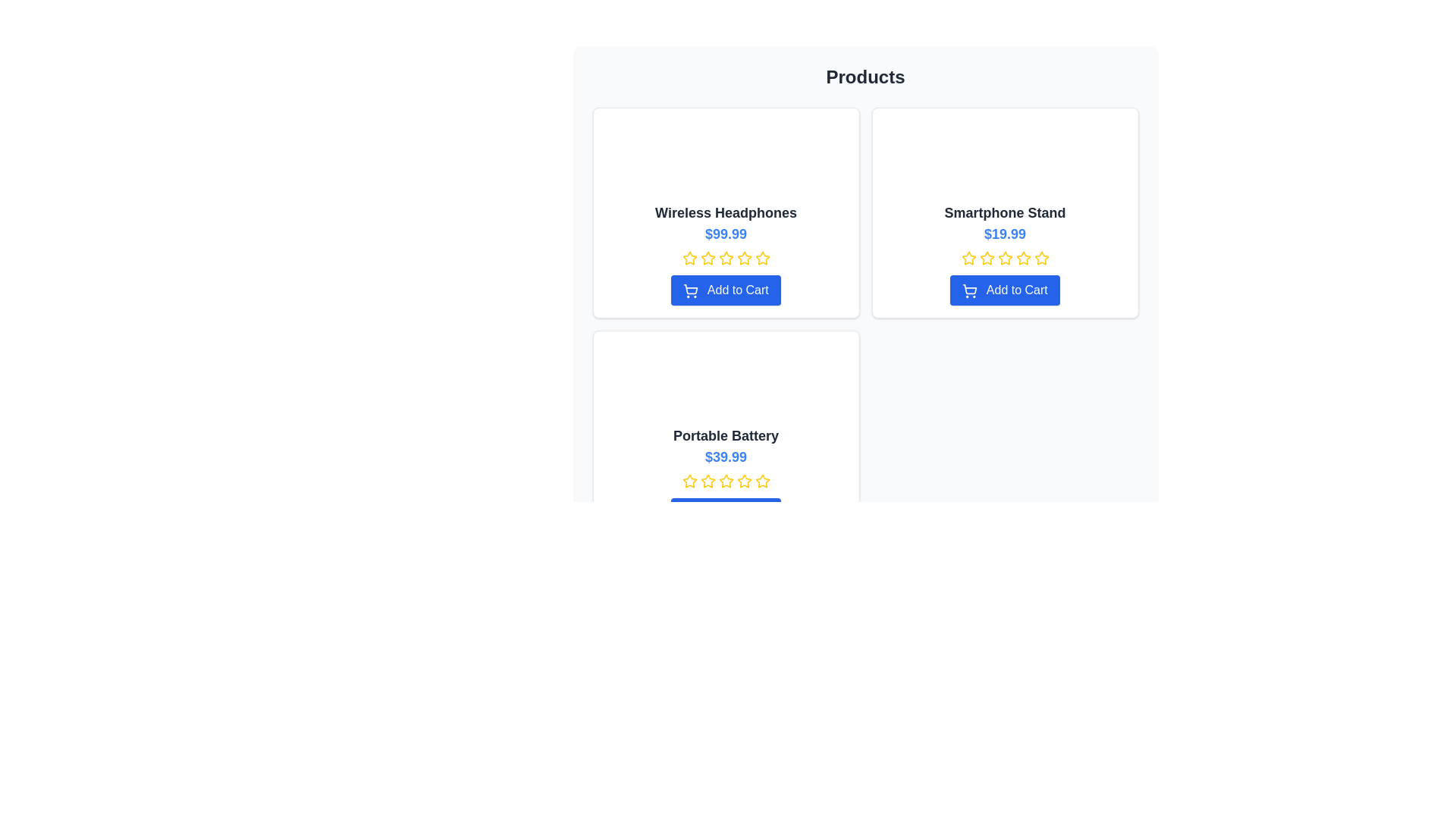 This screenshot has width=1456, height=819. Describe the element at coordinates (725, 482) in the screenshot. I see `the third star in the interactive rating stars below the price of the 'Portable Battery' to give a rating` at that location.